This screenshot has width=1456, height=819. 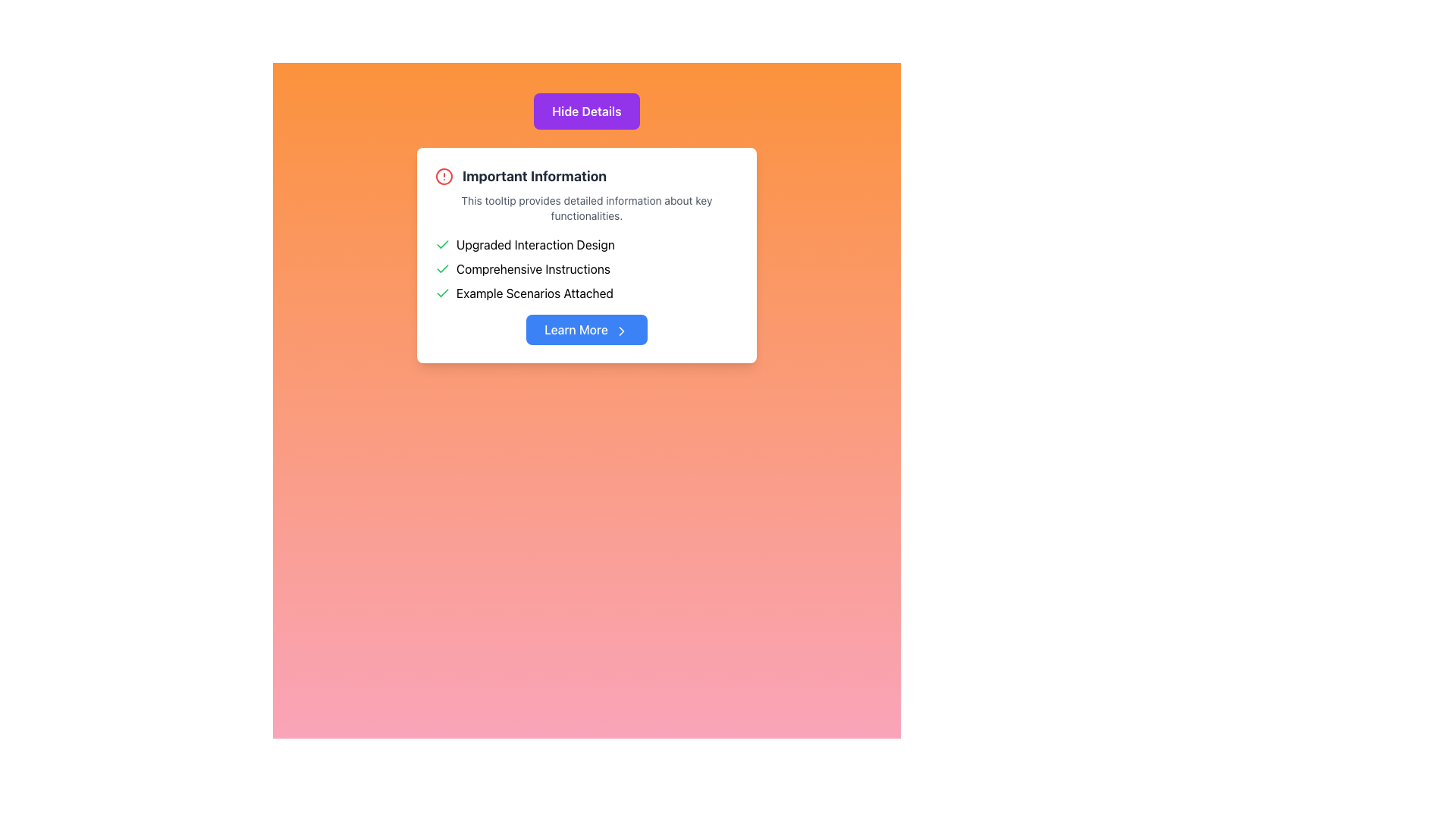 What do you see at coordinates (621, 330) in the screenshot?
I see `the navigational icon located to the right of the 'Learn More' blue button in the footer of the modal overlay` at bounding box center [621, 330].